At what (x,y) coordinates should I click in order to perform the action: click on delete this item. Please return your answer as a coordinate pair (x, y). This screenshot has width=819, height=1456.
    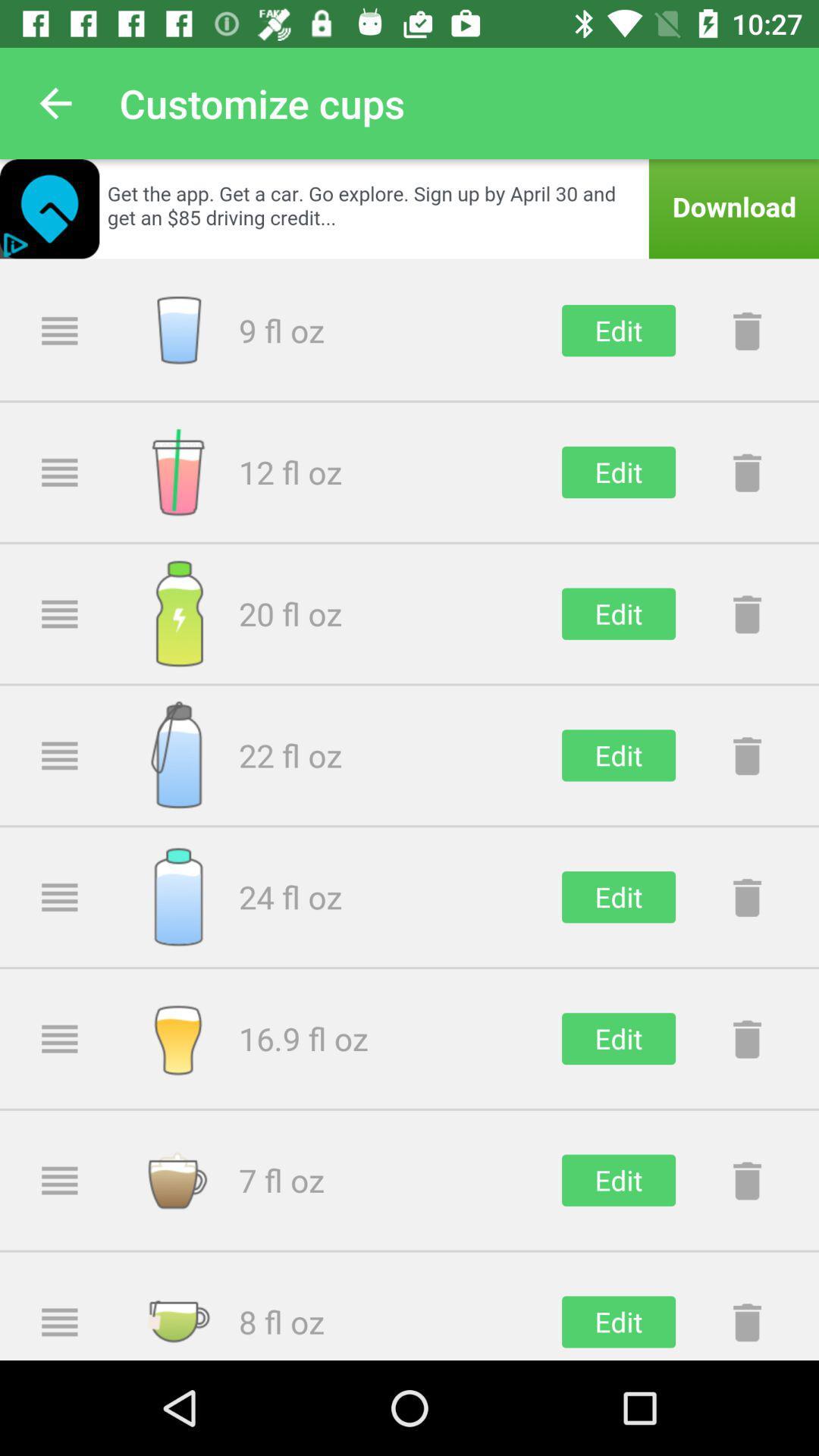
    Looking at the image, I should click on (746, 897).